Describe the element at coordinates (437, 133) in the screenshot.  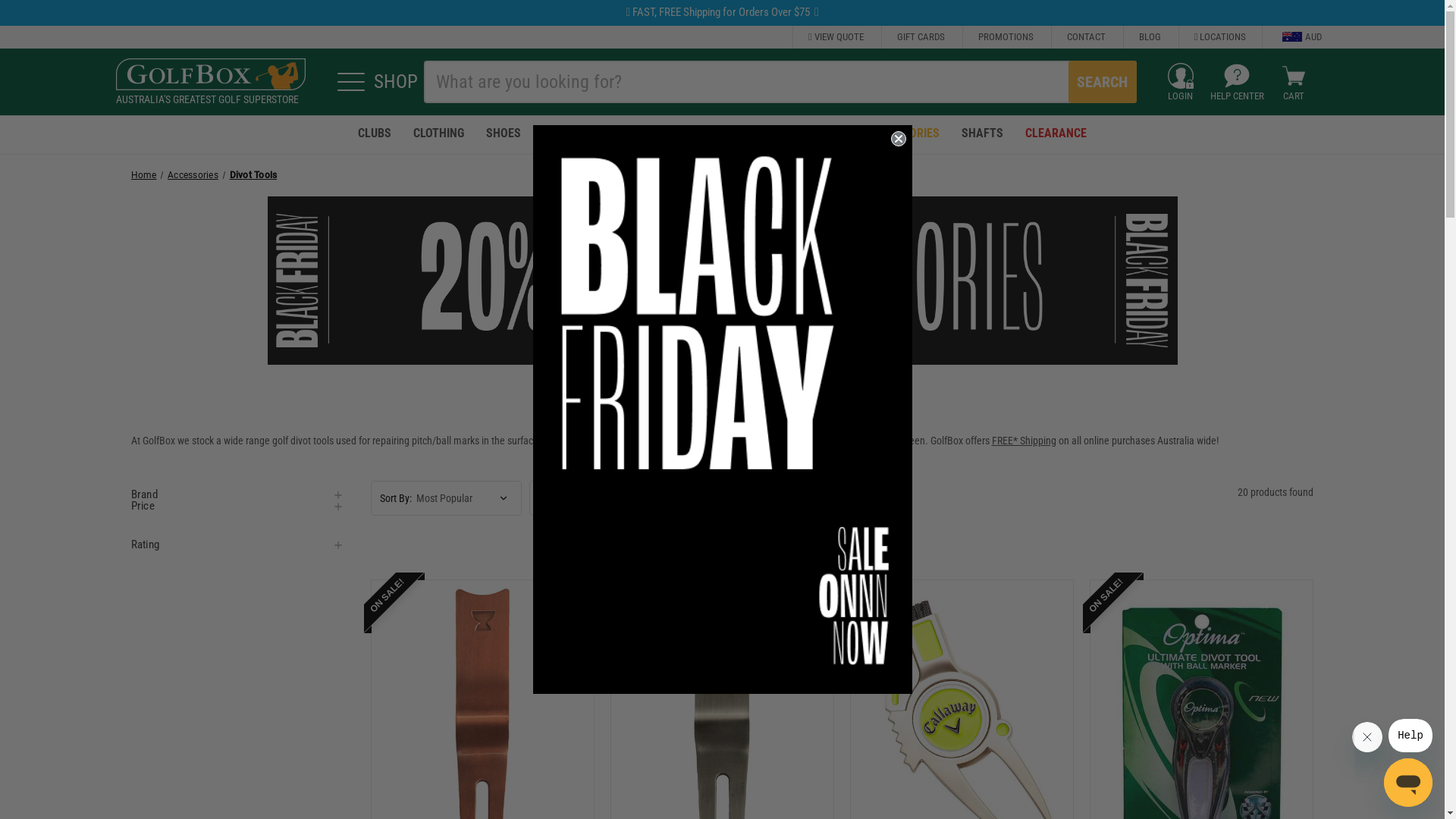
I see `'CLOTHING'` at that location.